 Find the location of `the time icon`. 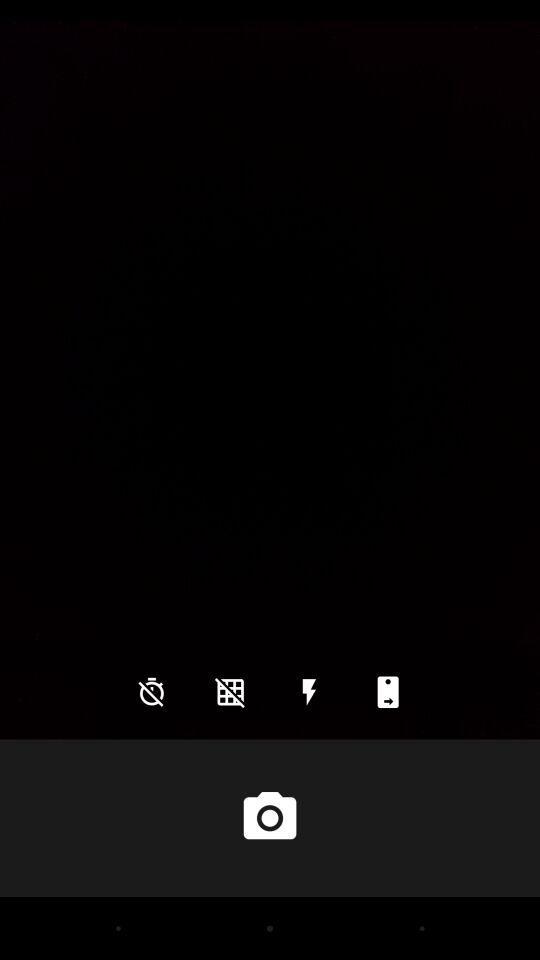

the time icon is located at coordinates (150, 692).